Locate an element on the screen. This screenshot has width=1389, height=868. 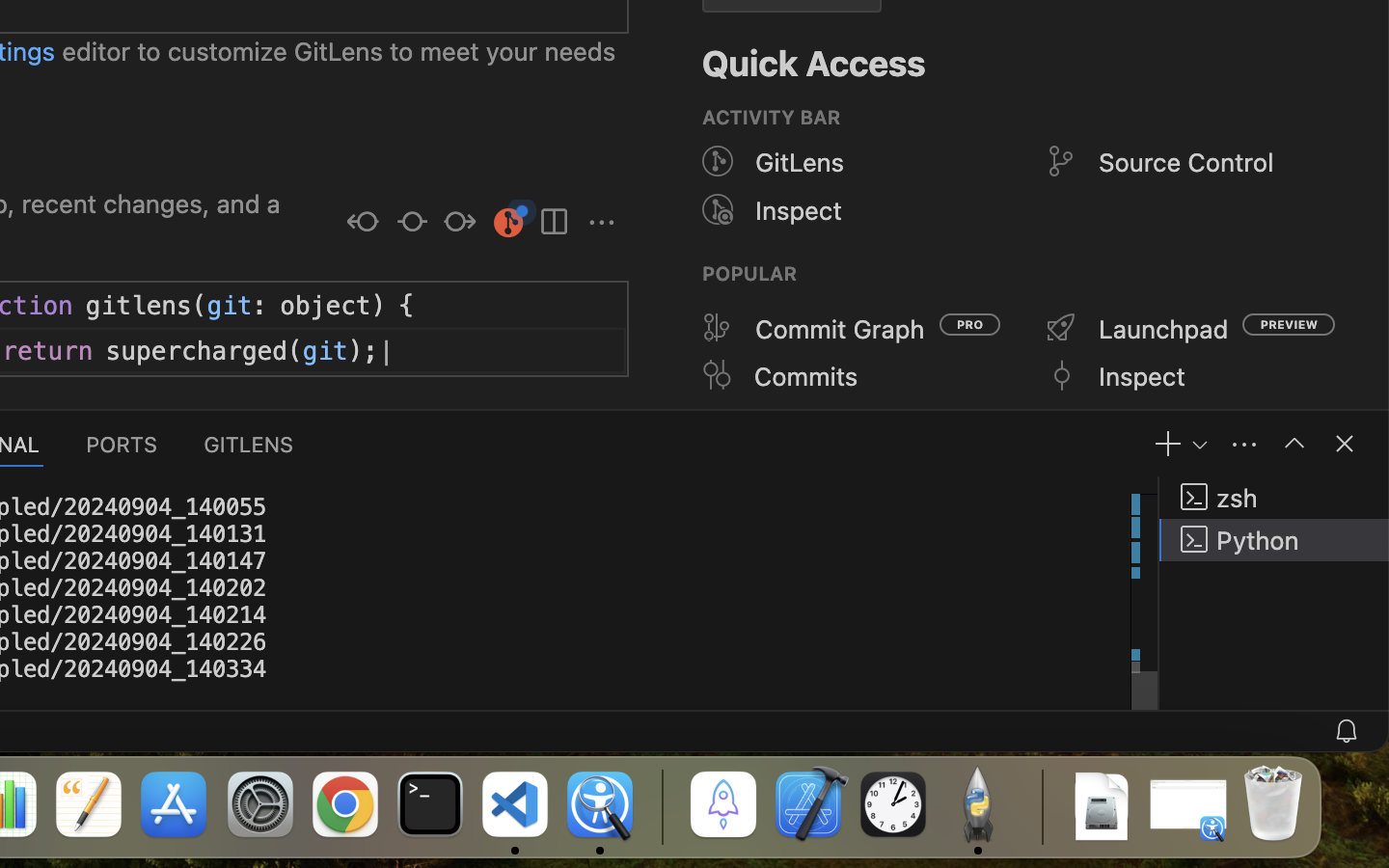
'object' is located at coordinates (325, 304).